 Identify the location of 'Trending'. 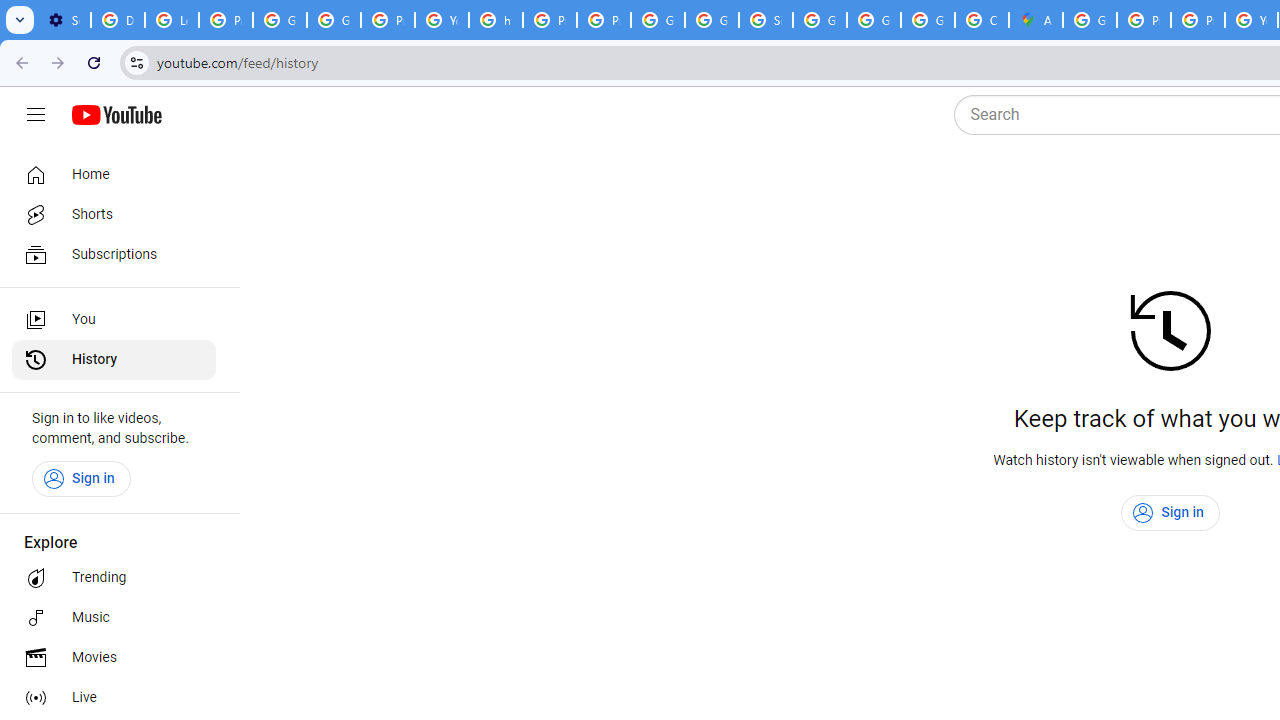
(112, 578).